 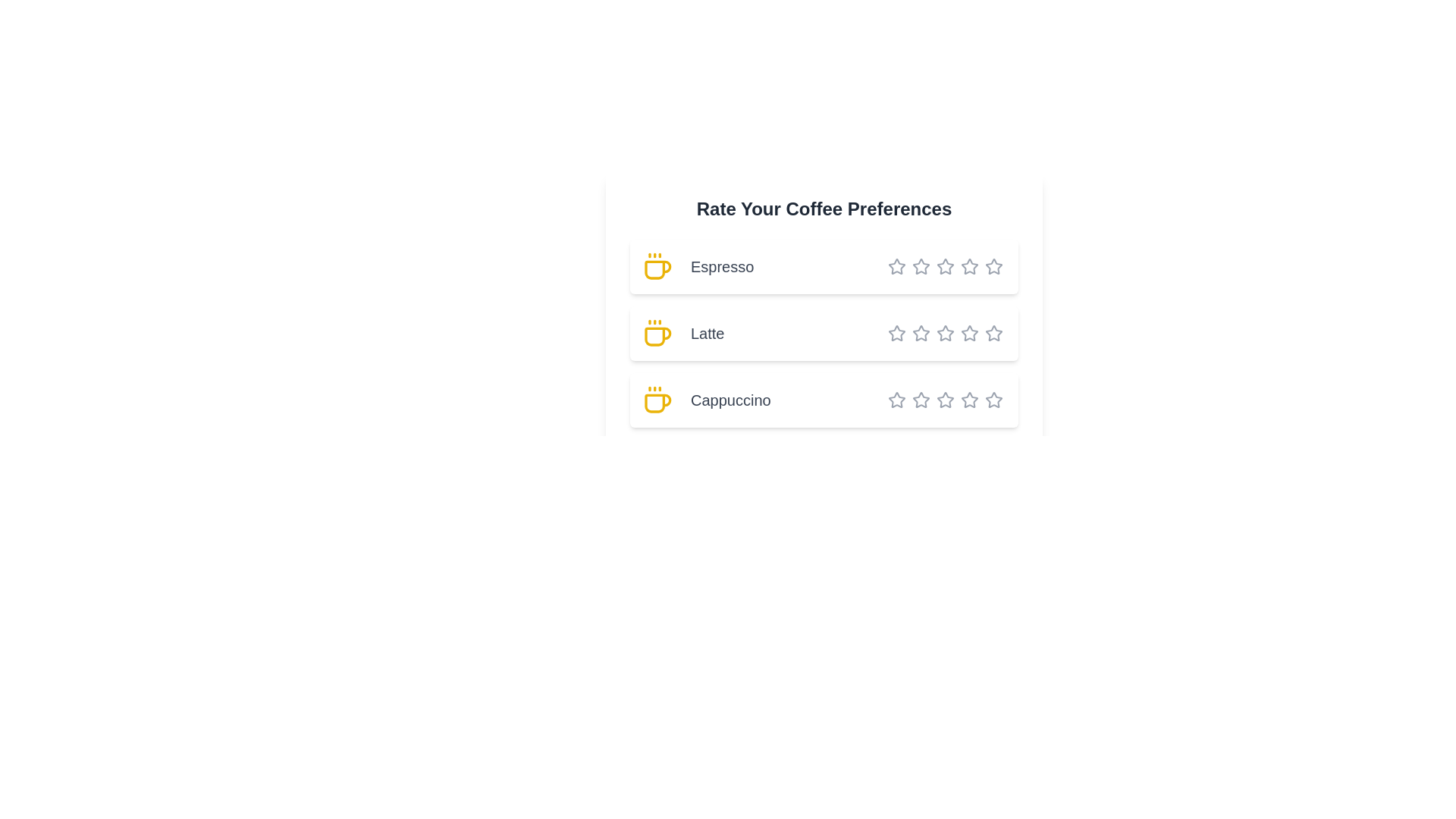 What do you see at coordinates (927, 400) in the screenshot?
I see `the star corresponding to 3 stars for the coffee type Cappuccino` at bounding box center [927, 400].